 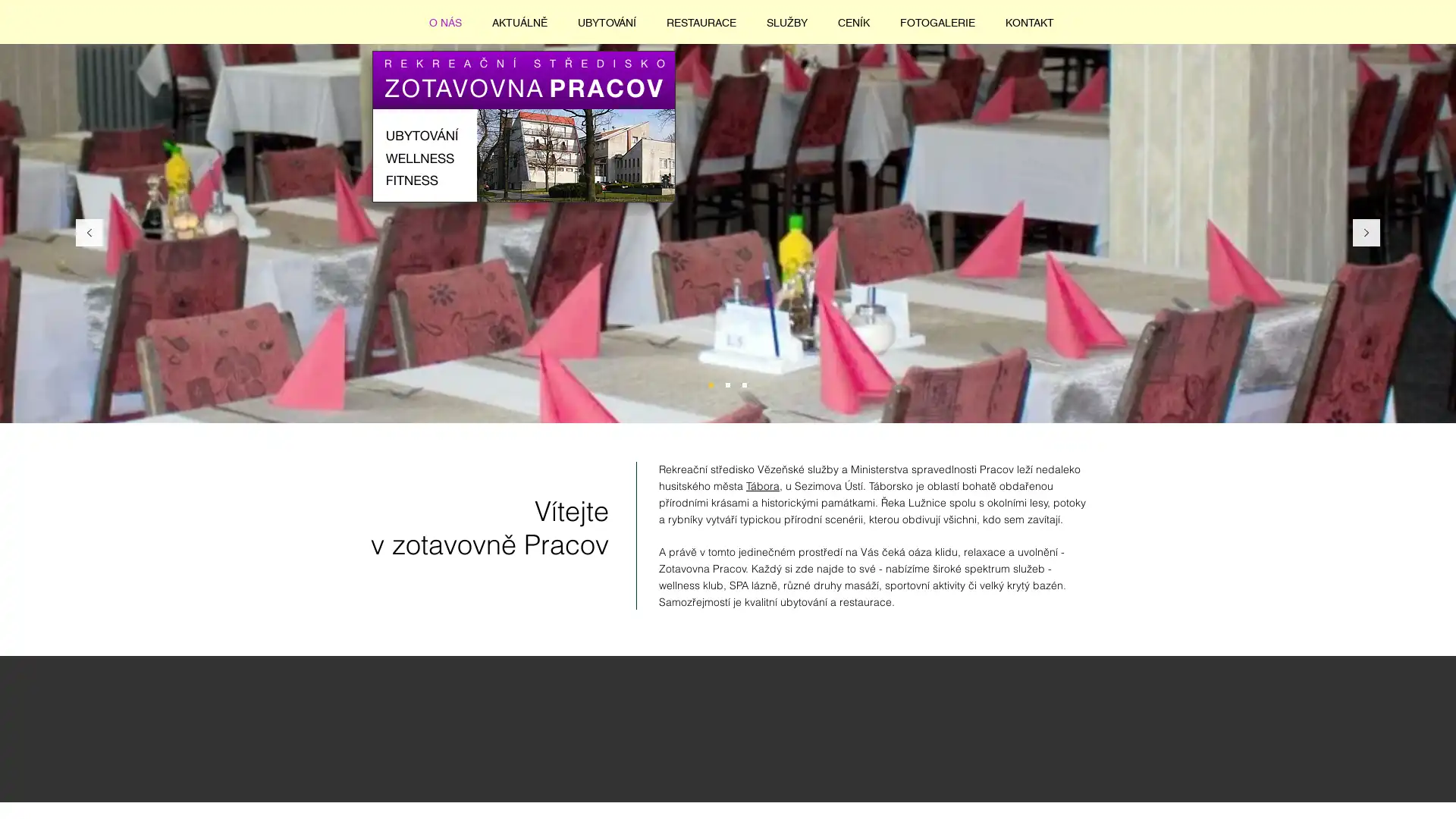 What do you see at coordinates (89, 233) in the screenshot?
I see `Predchozi` at bounding box center [89, 233].